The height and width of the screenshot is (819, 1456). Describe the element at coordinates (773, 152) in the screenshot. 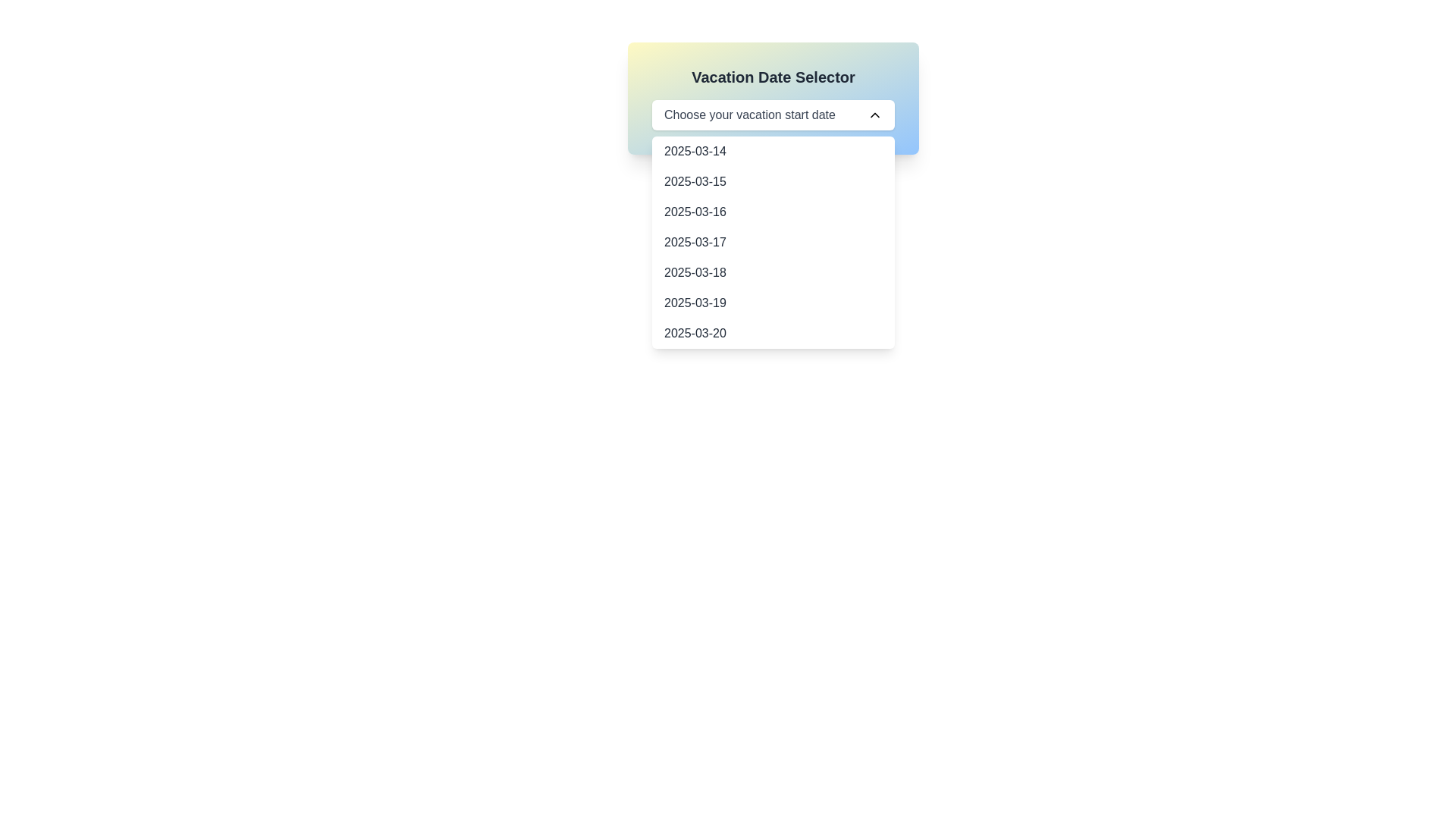

I see `the first date option '2025-03-14' in the dropdown menu under the 'Choose your vacation start date' field` at that location.